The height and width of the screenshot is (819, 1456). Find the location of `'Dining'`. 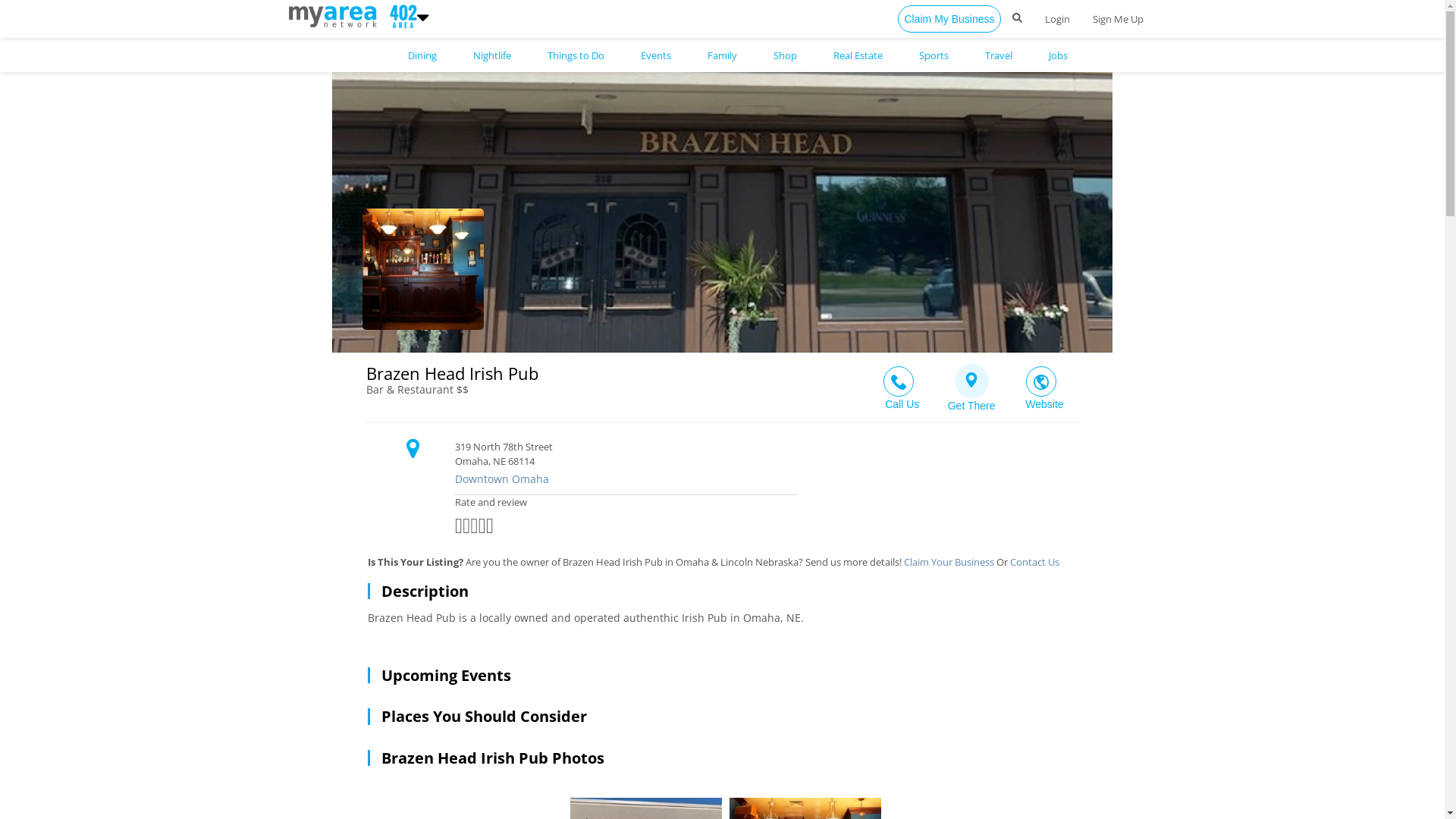

'Dining' is located at coordinates (422, 55).